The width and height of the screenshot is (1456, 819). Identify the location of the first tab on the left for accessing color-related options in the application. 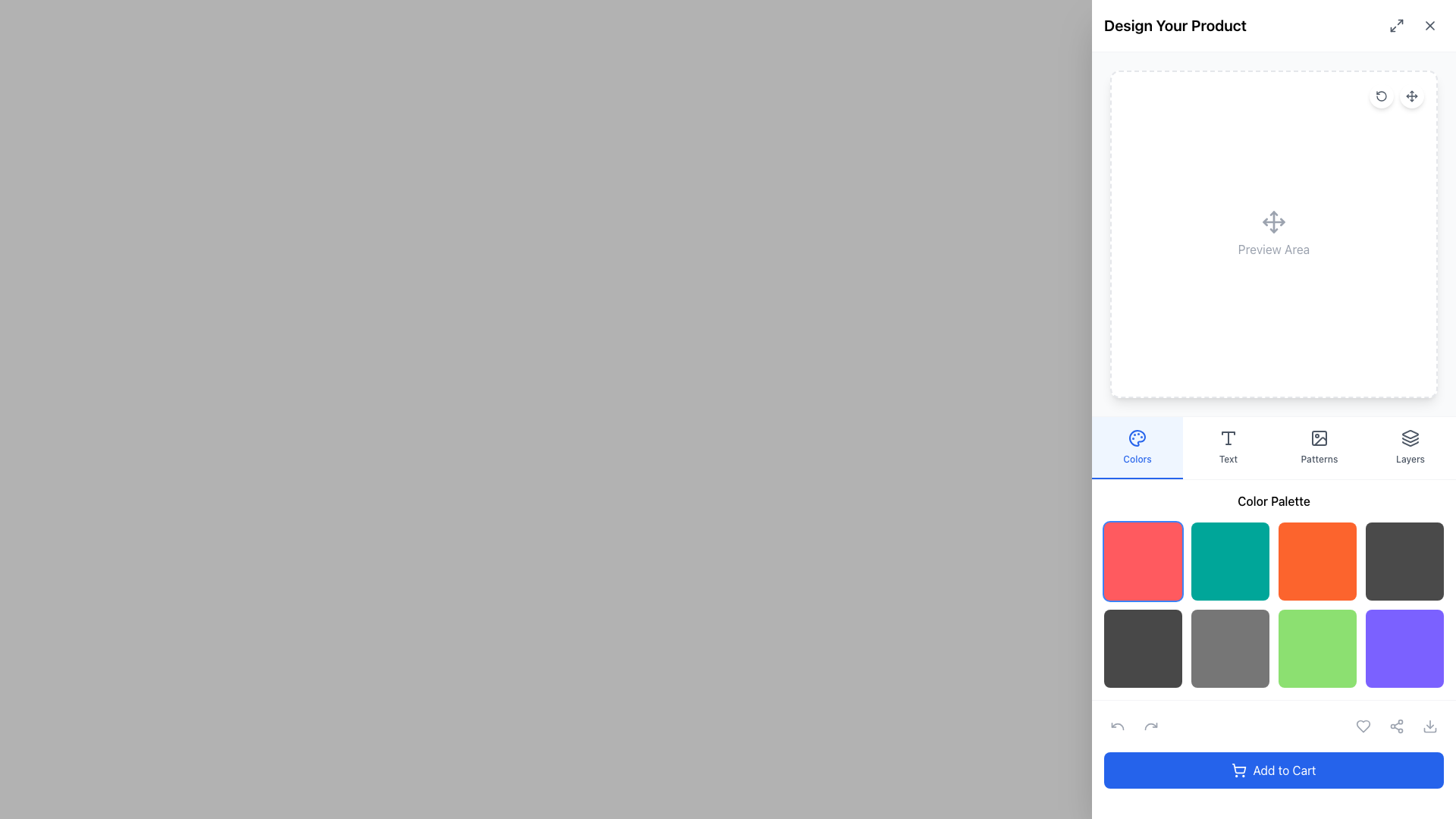
(1137, 447).